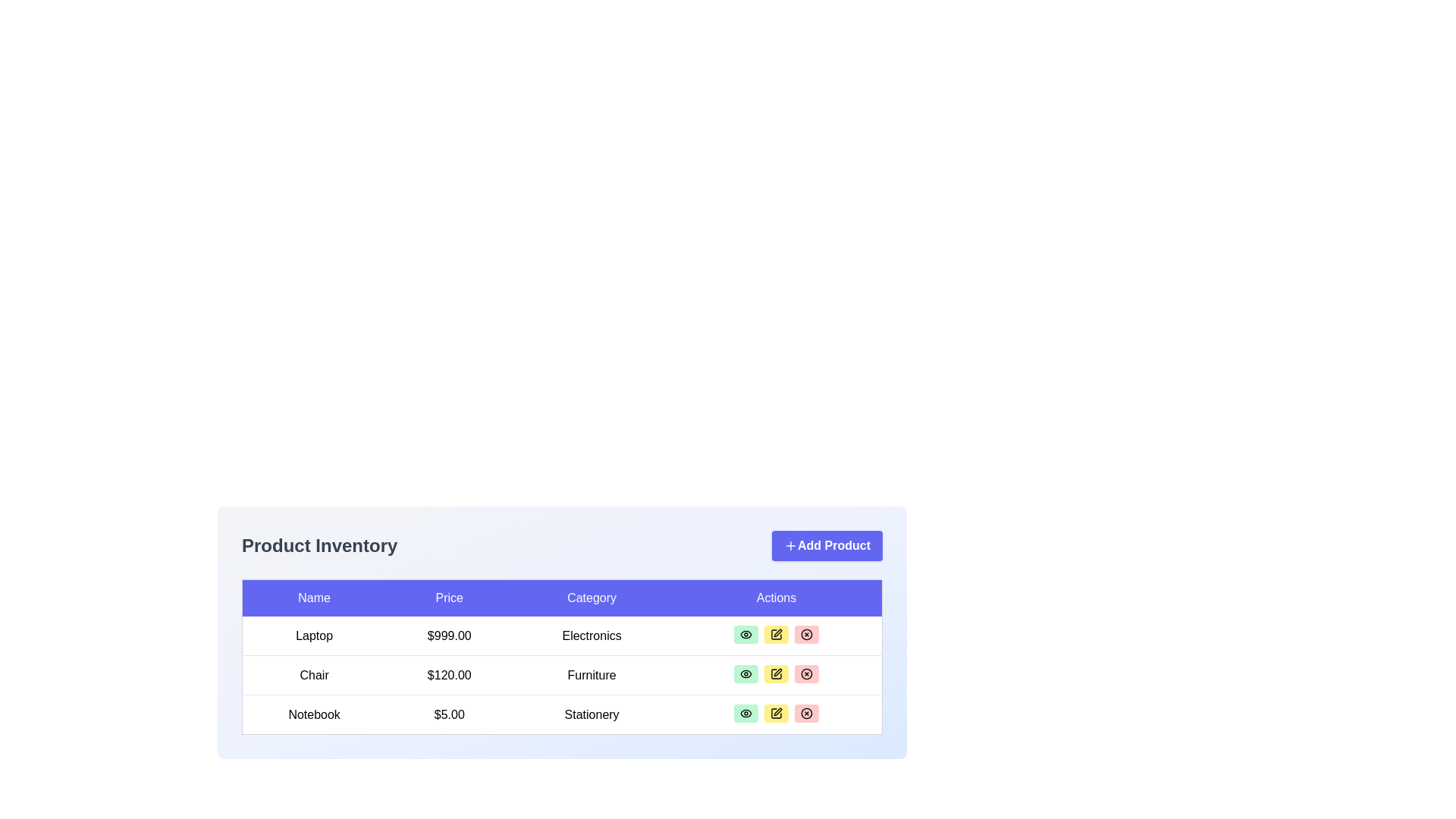 This screenshot has height=819, width=1456. What do you see at coordinates (805, 635) in the screenshot?
I see `the delete button` at bounding box center [805, 635].